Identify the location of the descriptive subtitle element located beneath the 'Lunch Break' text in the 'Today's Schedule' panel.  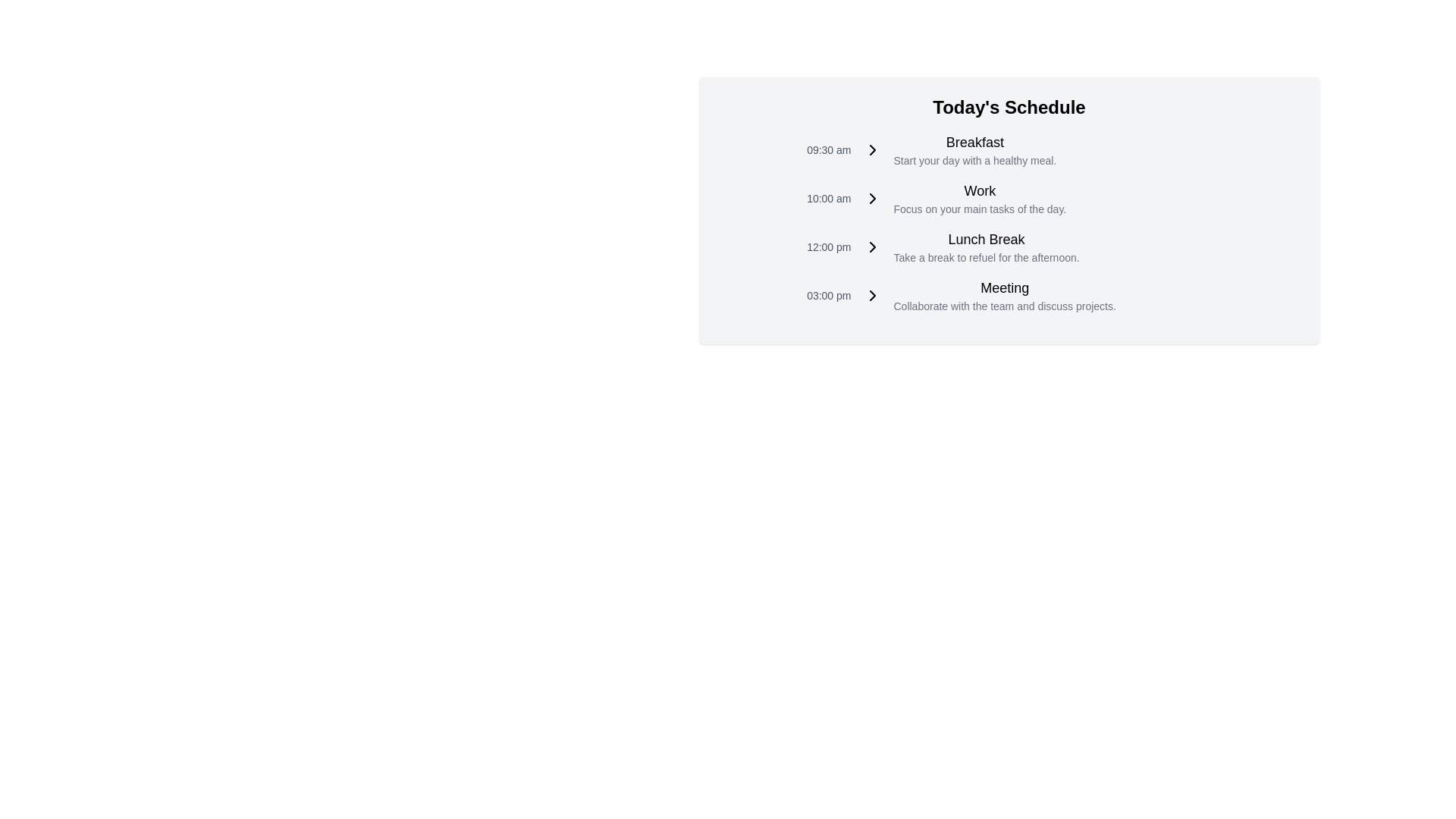
(986, 256).